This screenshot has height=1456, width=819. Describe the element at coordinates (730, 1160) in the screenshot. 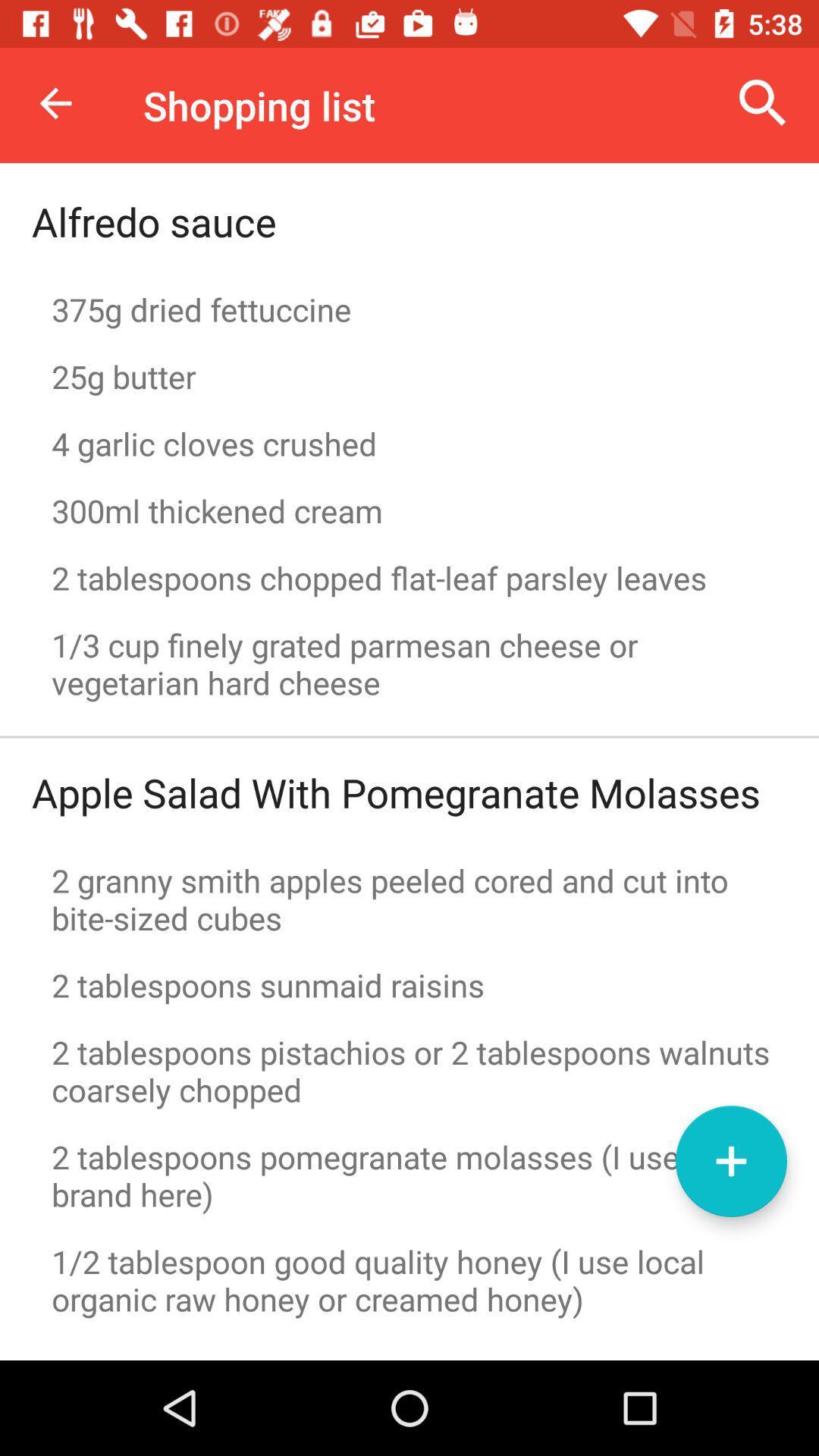

I see `the icon above 1 2 tablespoon` at that location.